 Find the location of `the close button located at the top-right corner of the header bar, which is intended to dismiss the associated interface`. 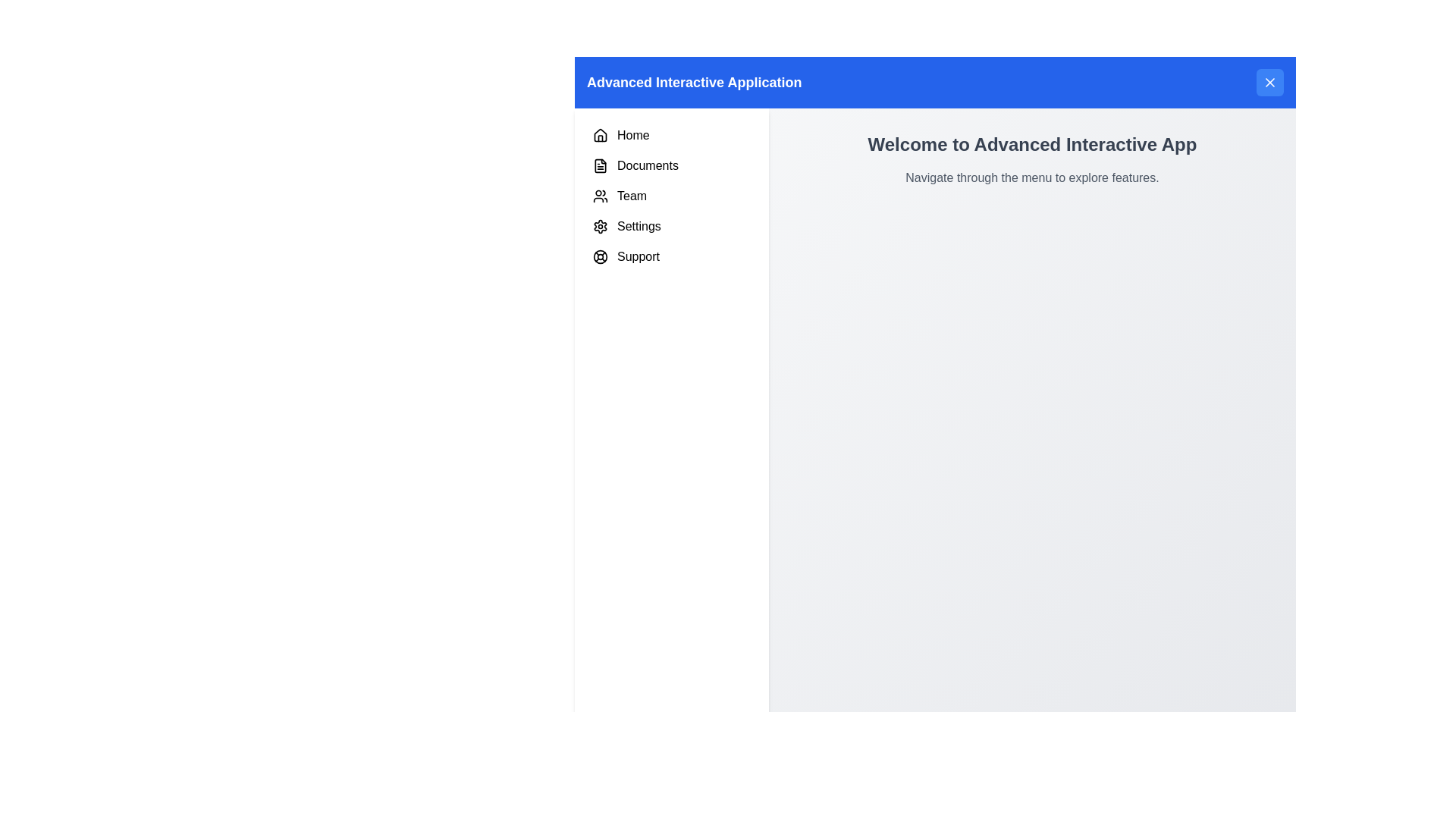

the close button located at the top-right corner of the header bar, which is intended to dismiss the associated interface is located at coordinates (1270, 82).